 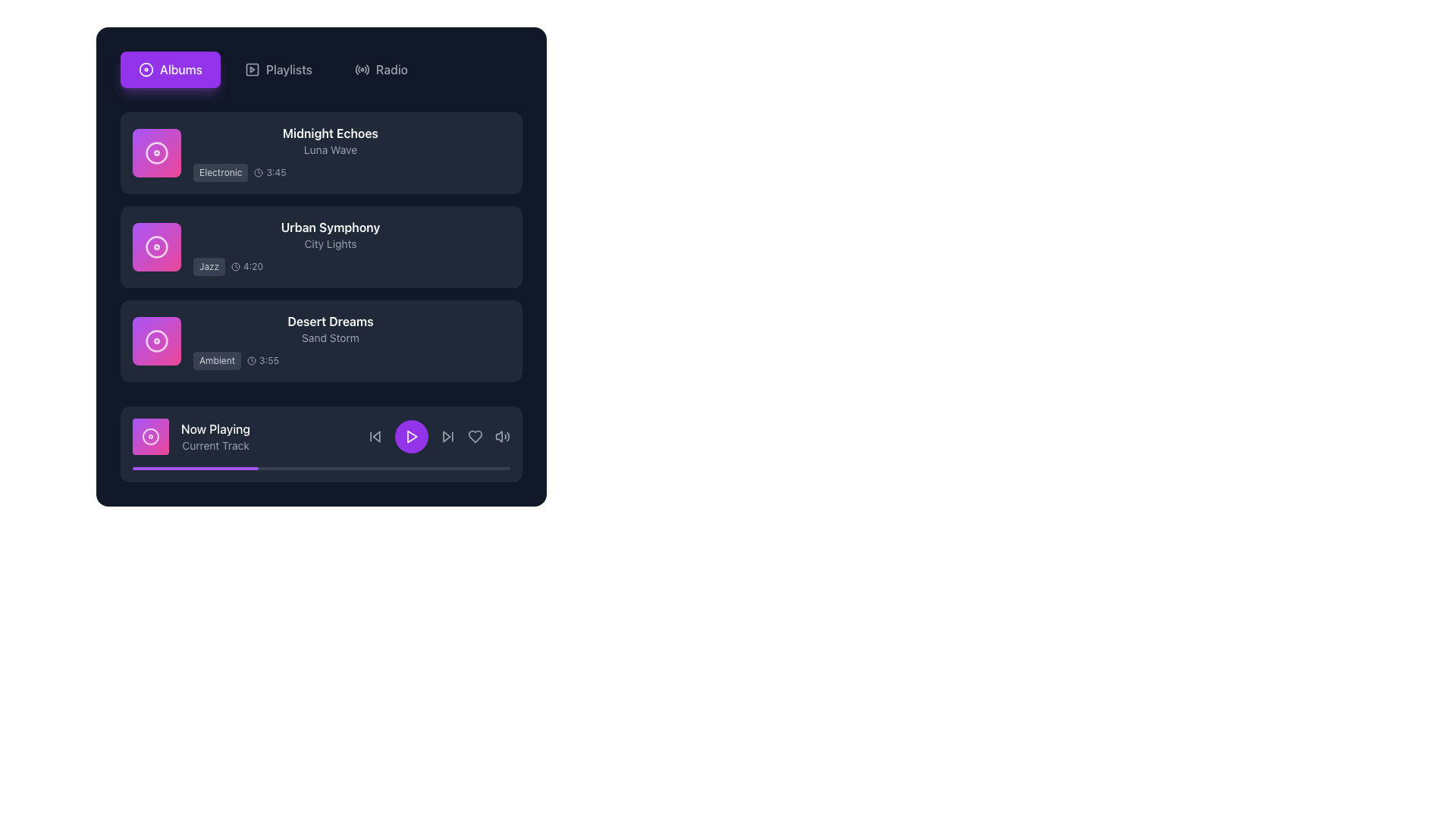 I want to click on the second selectable list item representing an album, located between 'Midnight Echoes' and 'Desert Dreams', so click(x=320, y=246).